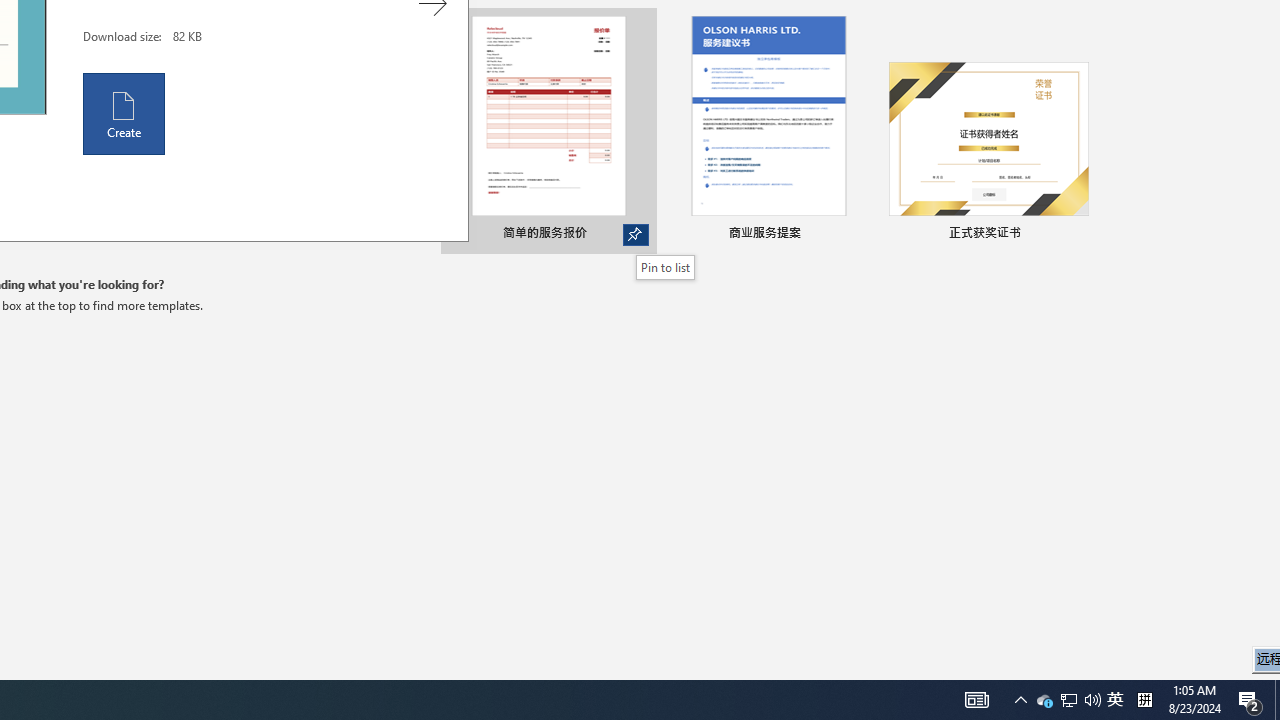  I want to click on 'Pin to list', so click(665, 266).